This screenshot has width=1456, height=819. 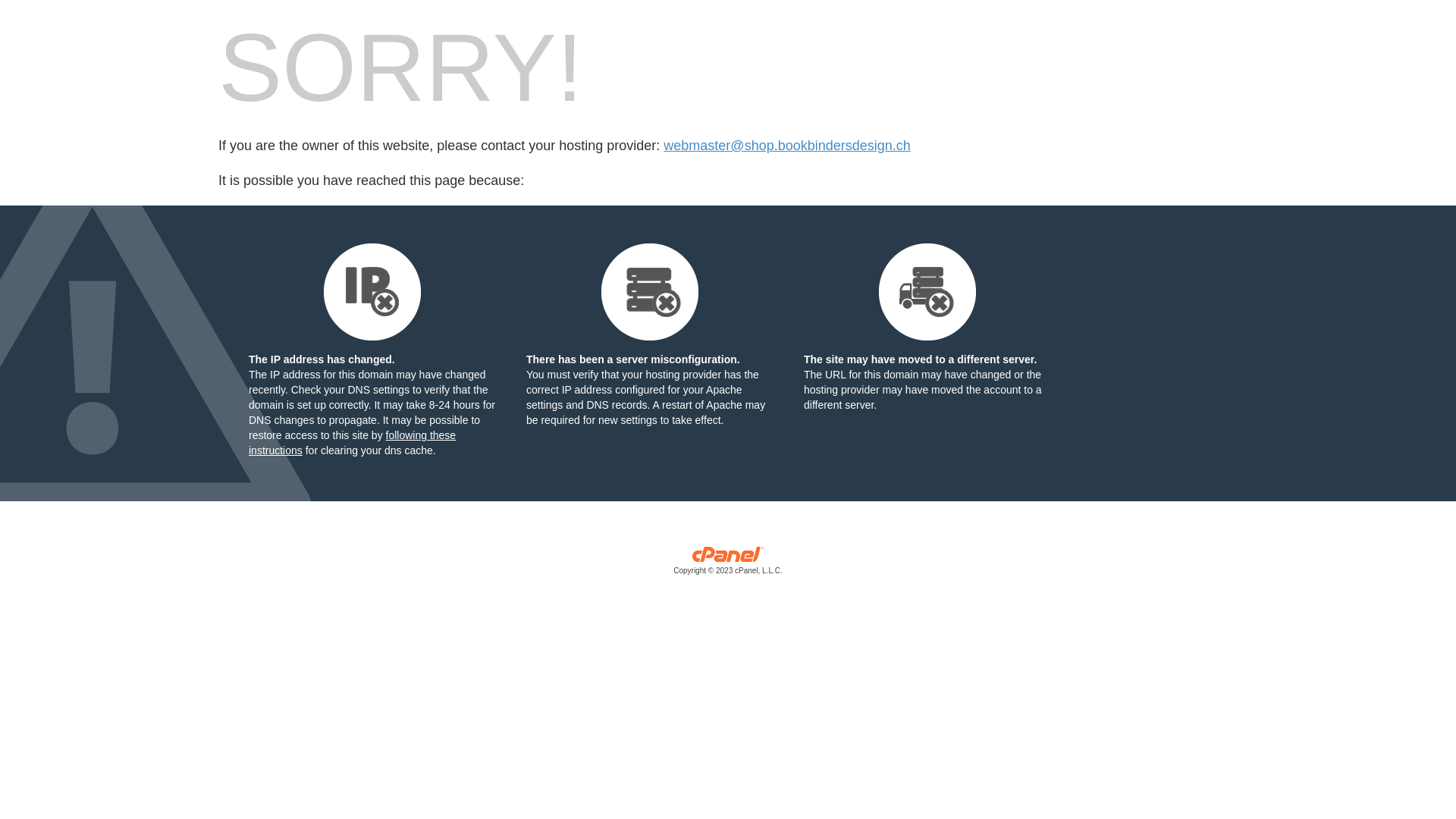 What do you see at coordinates (351, 442) in the screenshot?
I see `'following these instructions'` at bounding box center [351, 442].